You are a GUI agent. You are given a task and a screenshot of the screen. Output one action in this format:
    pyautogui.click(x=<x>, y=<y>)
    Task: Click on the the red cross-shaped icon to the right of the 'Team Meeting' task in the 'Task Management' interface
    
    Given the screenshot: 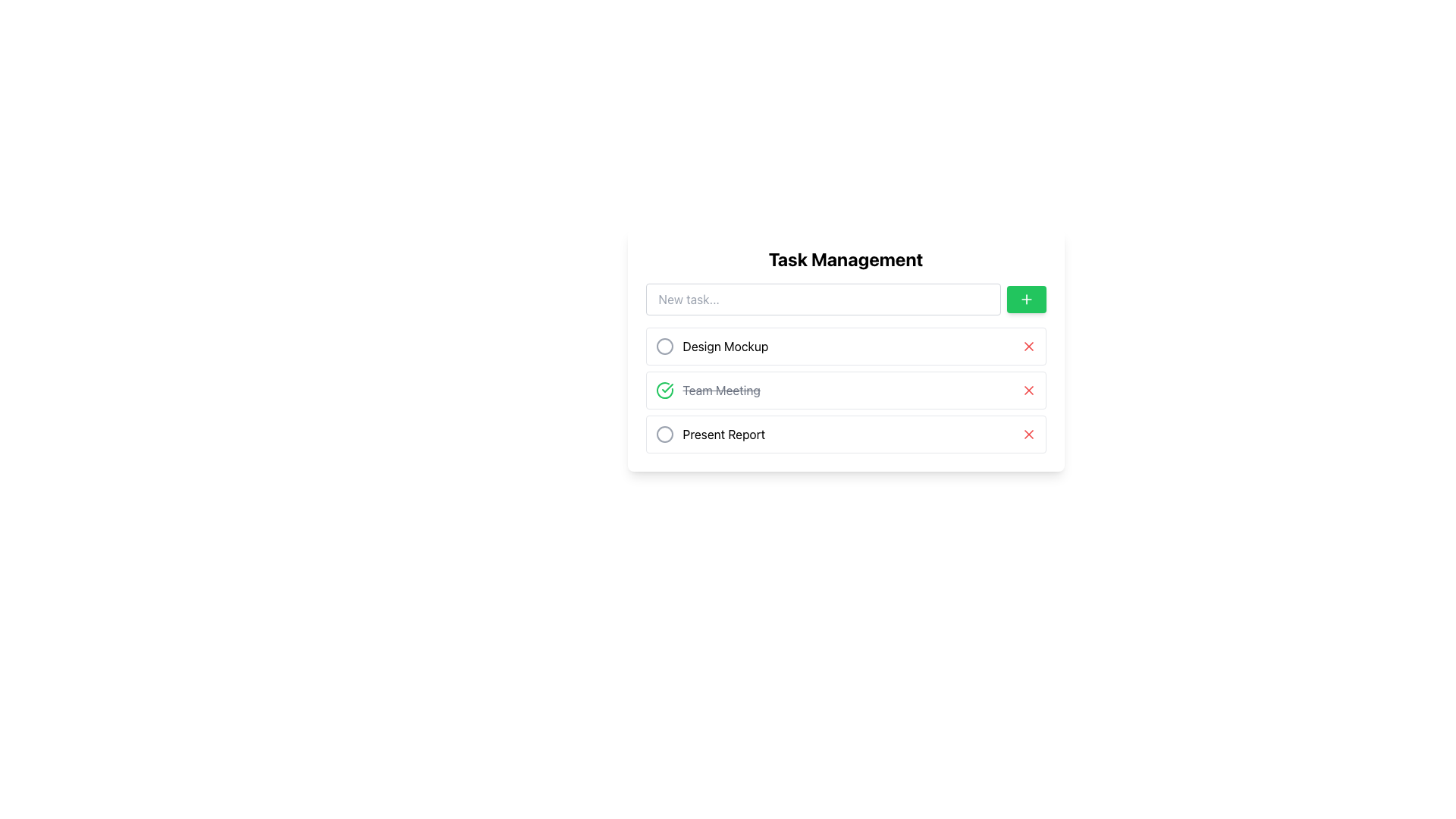 What is the action you would take?
    pyautogui.click(x=1028, y=390)
    